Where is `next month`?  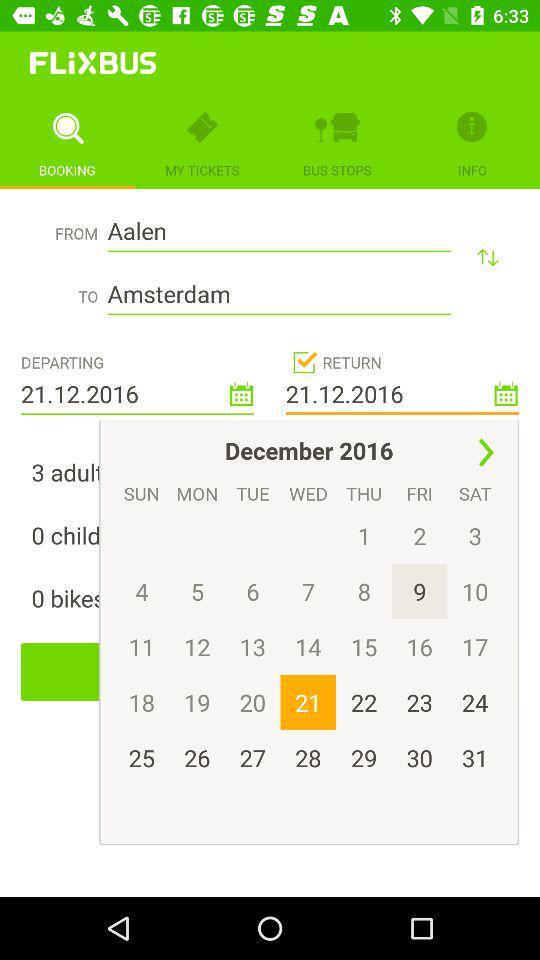 next month is located at coordinates (485, 453).